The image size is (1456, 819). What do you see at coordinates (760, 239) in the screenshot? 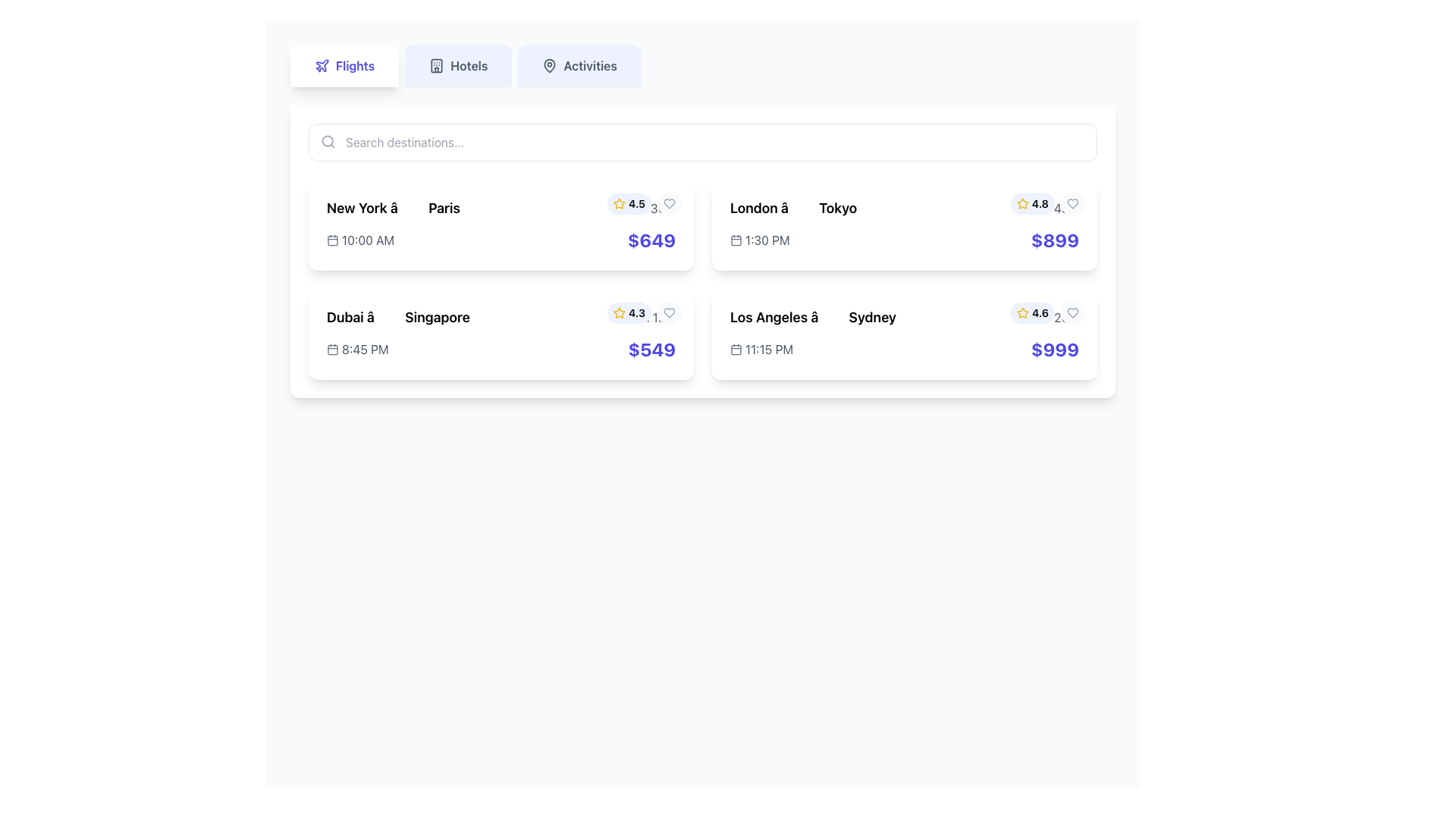
I see `the Label with icon indicating the departure time for the flight, located in the middle row of the right-most flight card, positioned below the flight route and above the price` at bounding box center [760, 239].